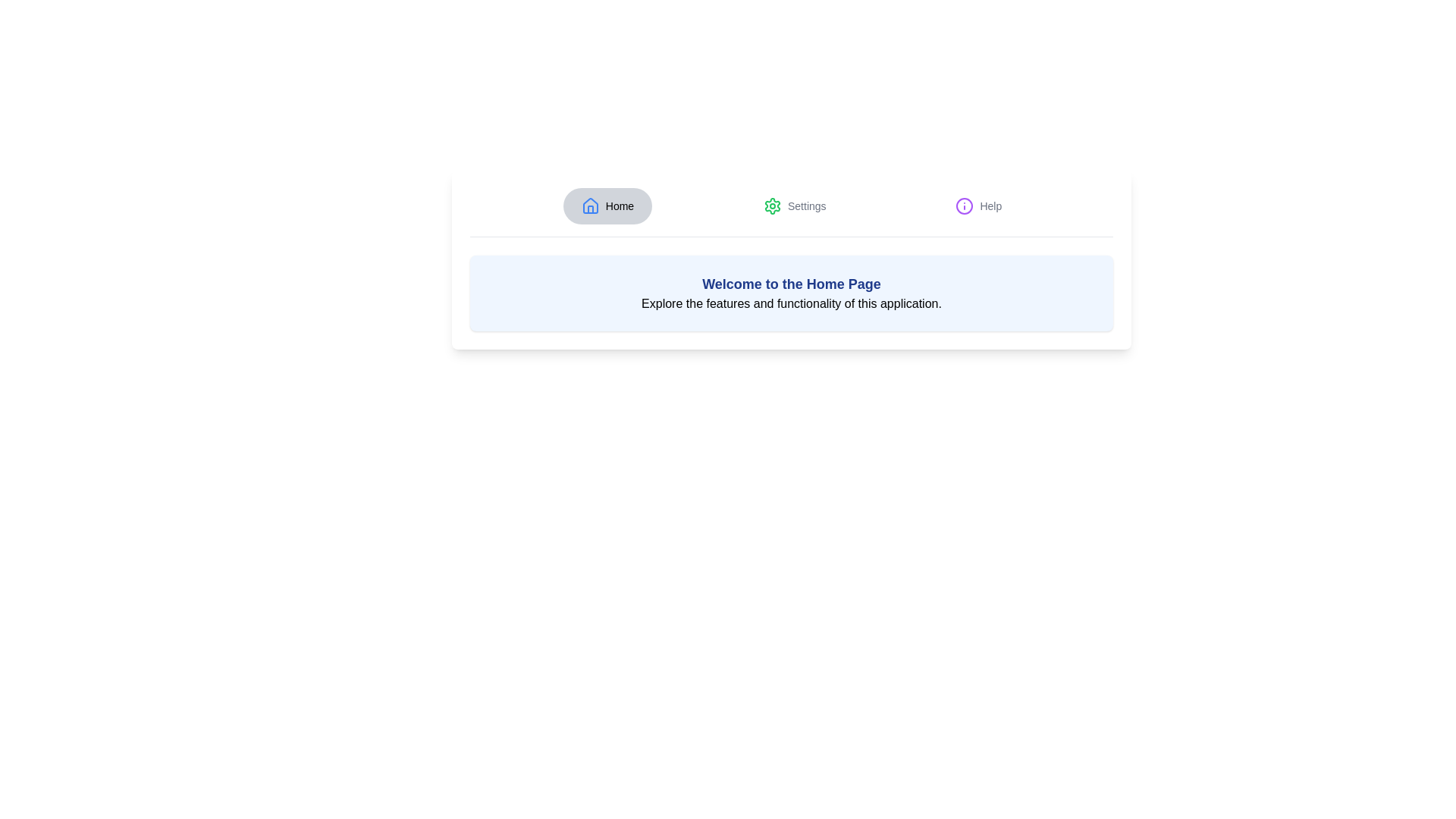 Image resolution: width=1456 pixels, height=819 pixels. Describe the element at coordinates (794, 206) in the screenshot. I see `the Settings tab by clicking on its button` at that location.